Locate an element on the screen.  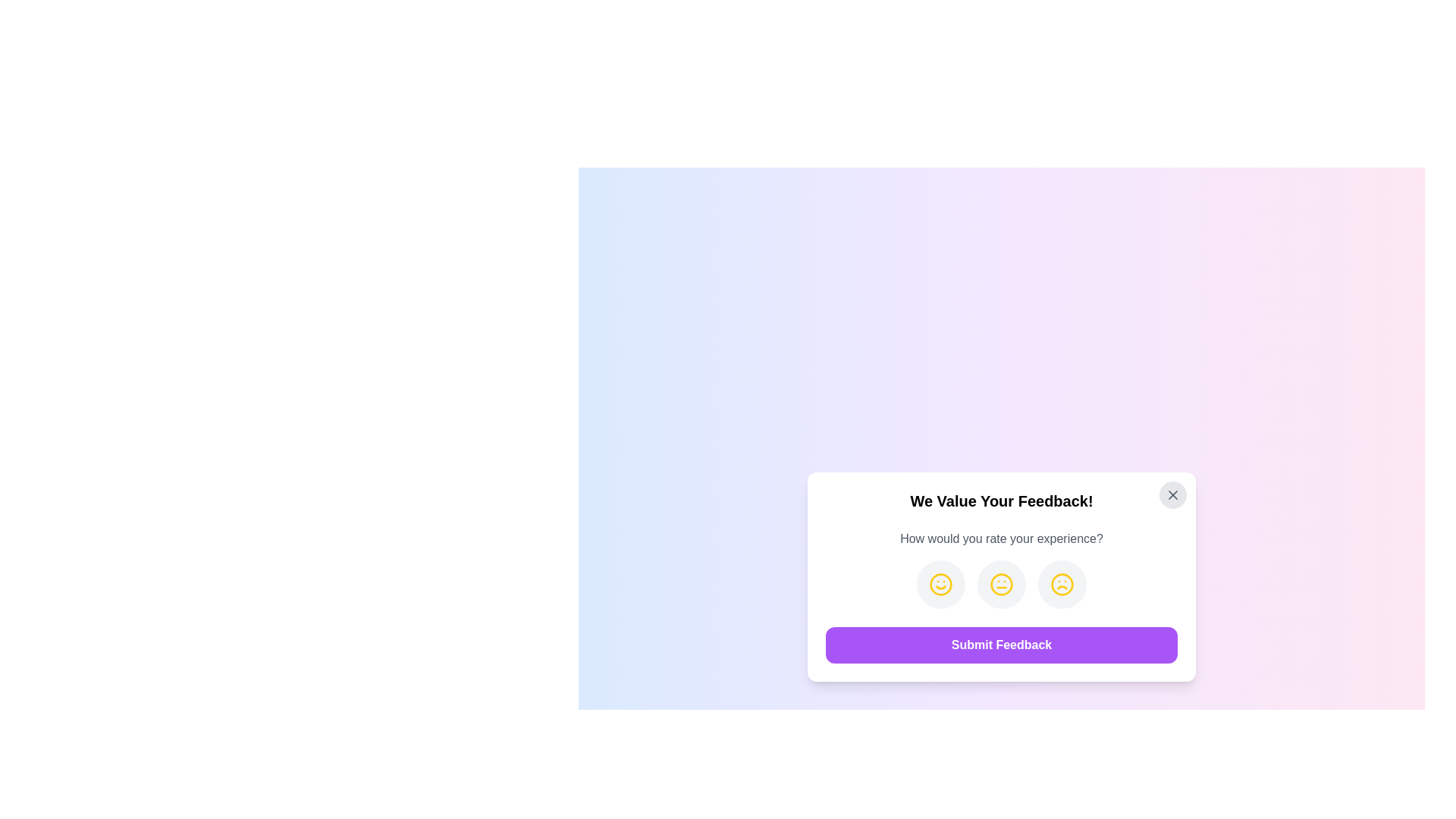
bold, large-sized heading text saying 'We Value Your Feedback!' which is center-aligned and located near the top of the modal dialog box is located at coordinates (1001, 500).